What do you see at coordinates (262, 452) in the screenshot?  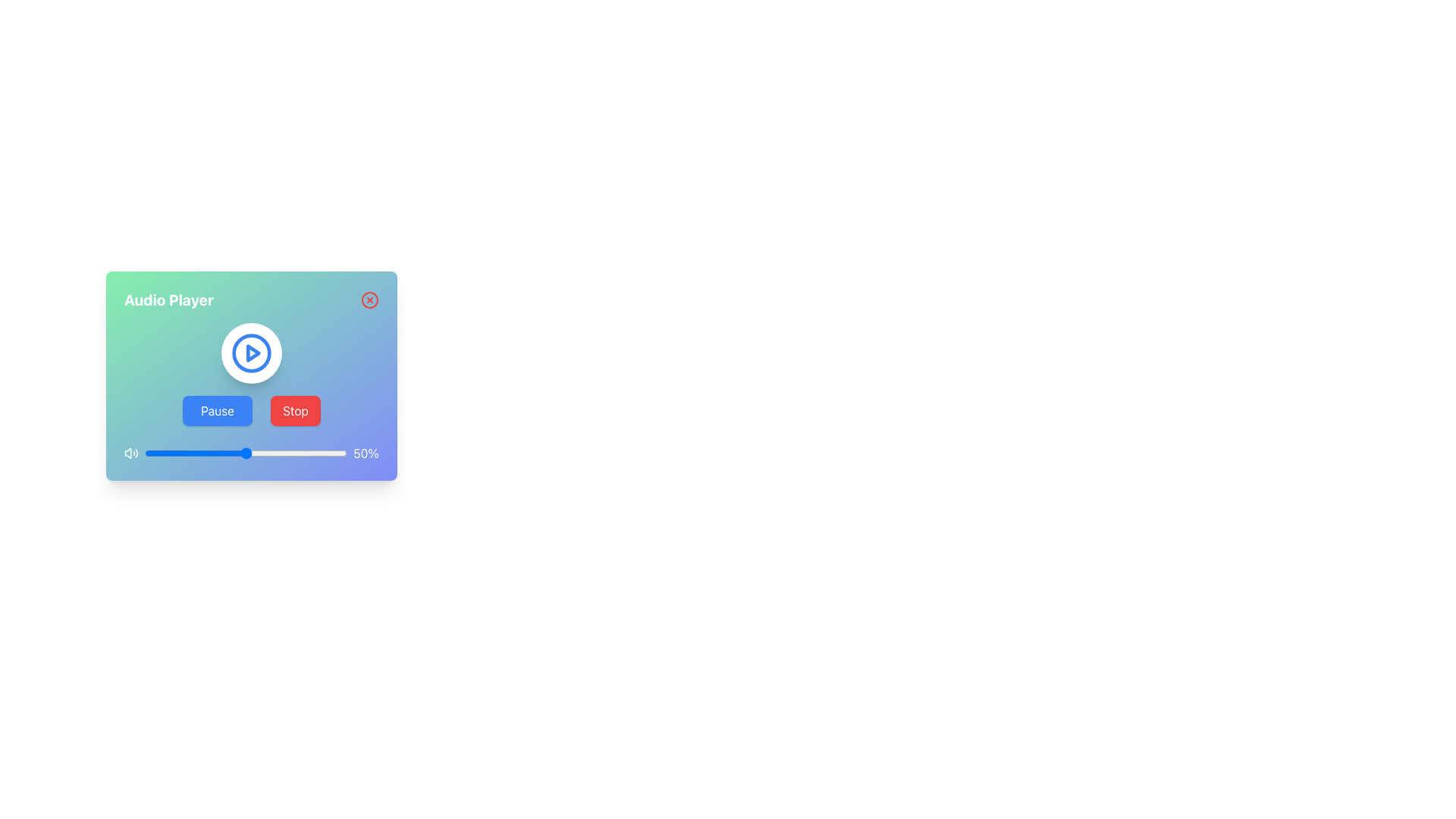 I see `the slider` at bounding box center [262, 452].